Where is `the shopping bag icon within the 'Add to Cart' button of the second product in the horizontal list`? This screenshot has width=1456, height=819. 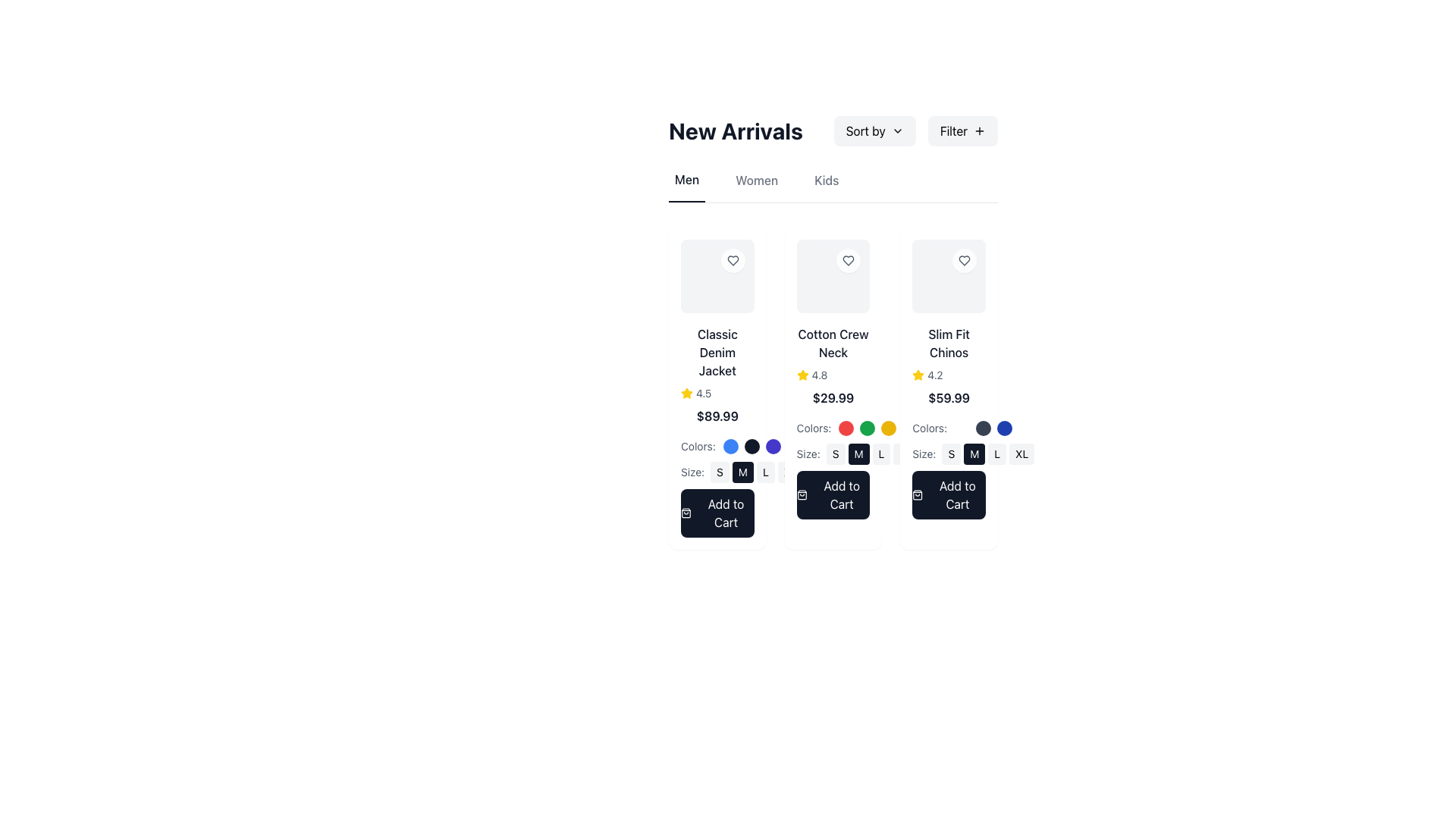 the shopping bag icon within the 'Add to Cart' button of the second product in the horizontal list is located at coordinates (801, 494).